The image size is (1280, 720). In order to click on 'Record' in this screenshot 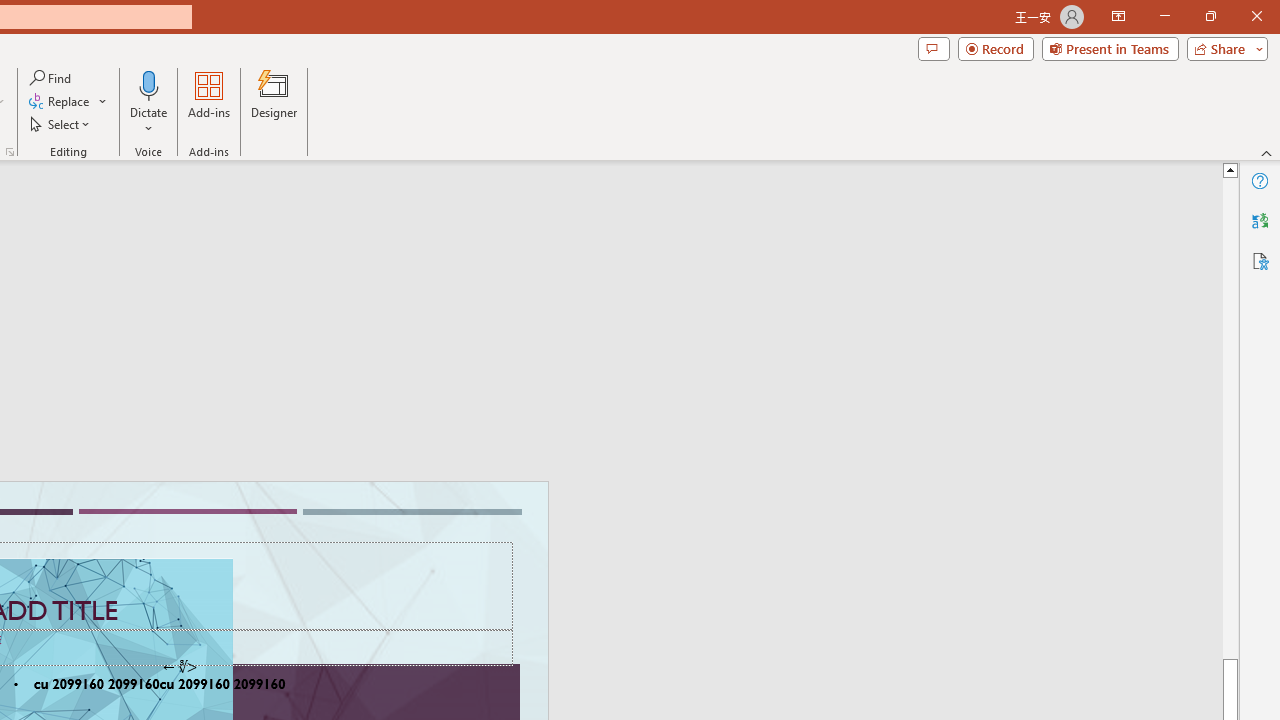, I will do `click(995, 47)`.